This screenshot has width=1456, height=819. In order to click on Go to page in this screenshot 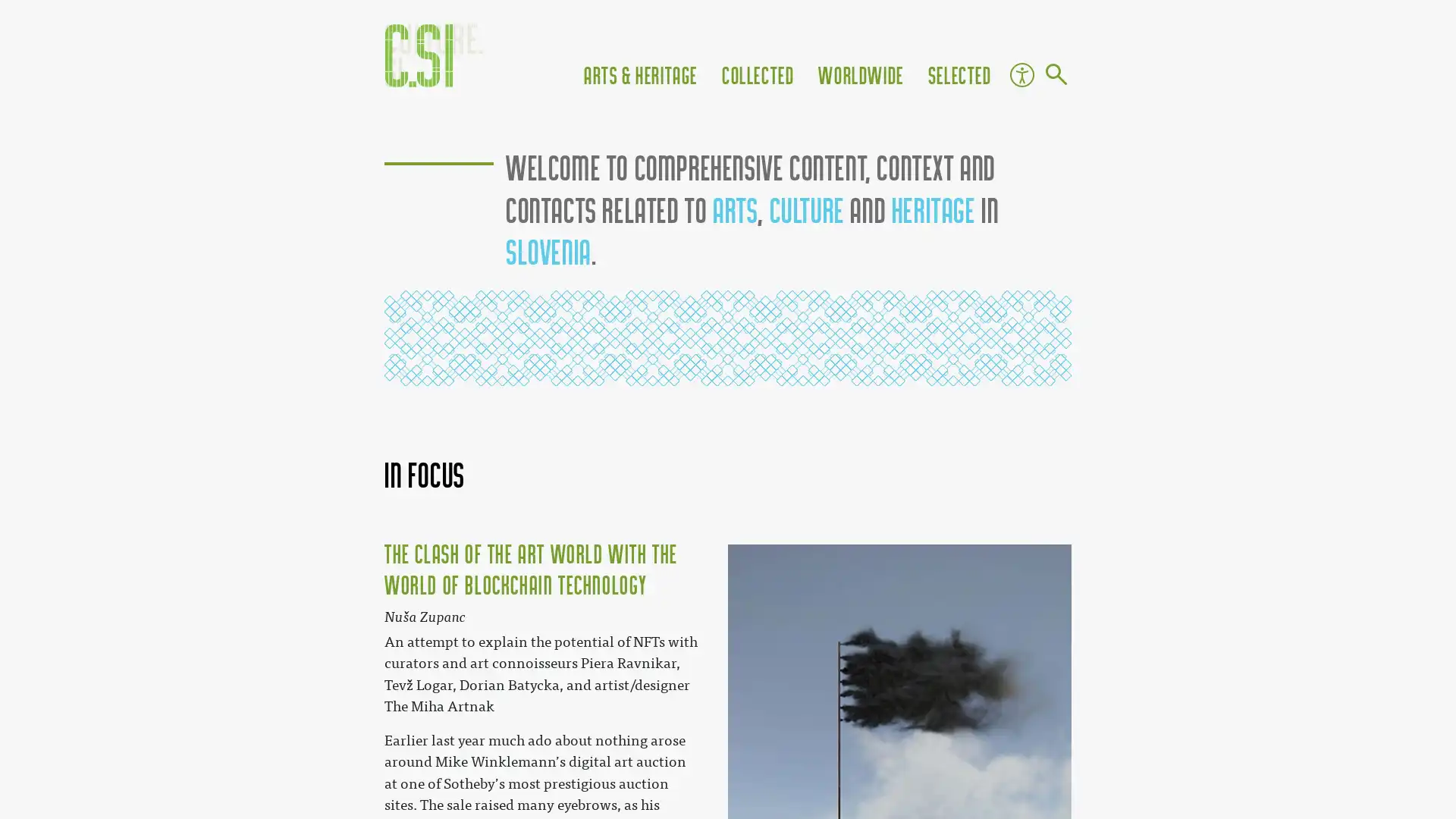, I will do `click(1055, 76)`.